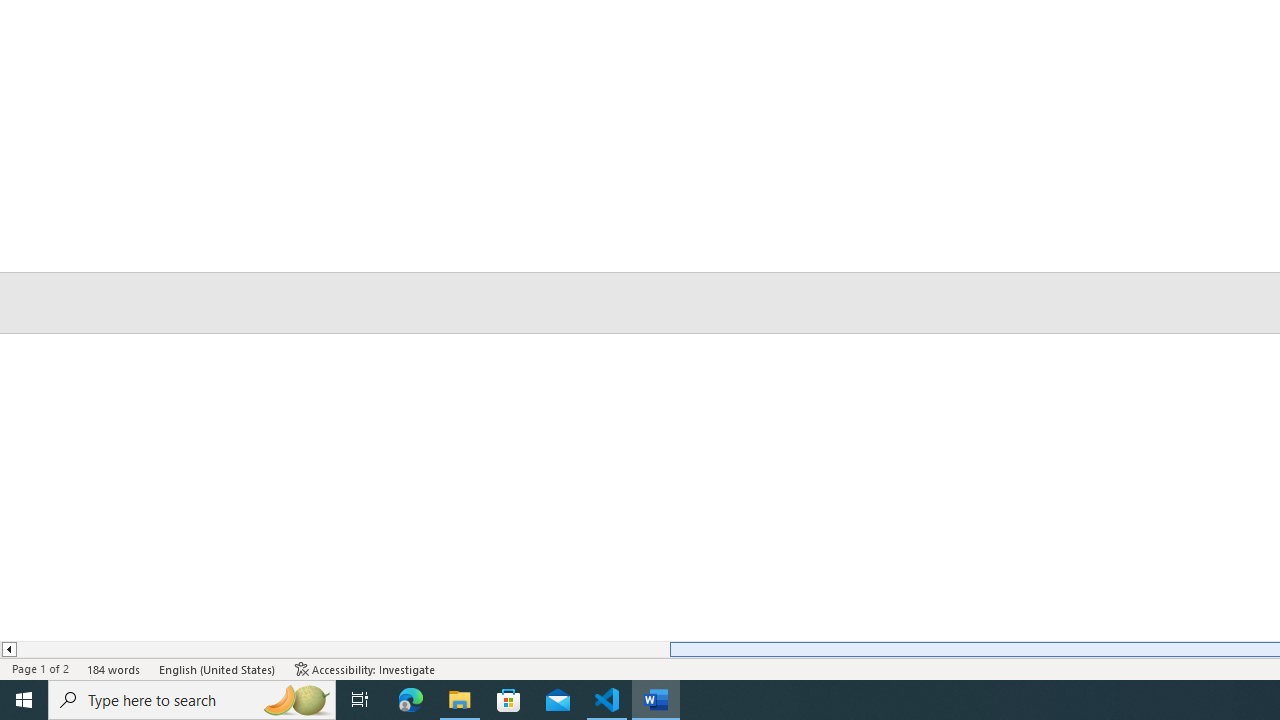  I want to click on 'Accessibility Checker Accessibility: Investigate', so click(365, 669).